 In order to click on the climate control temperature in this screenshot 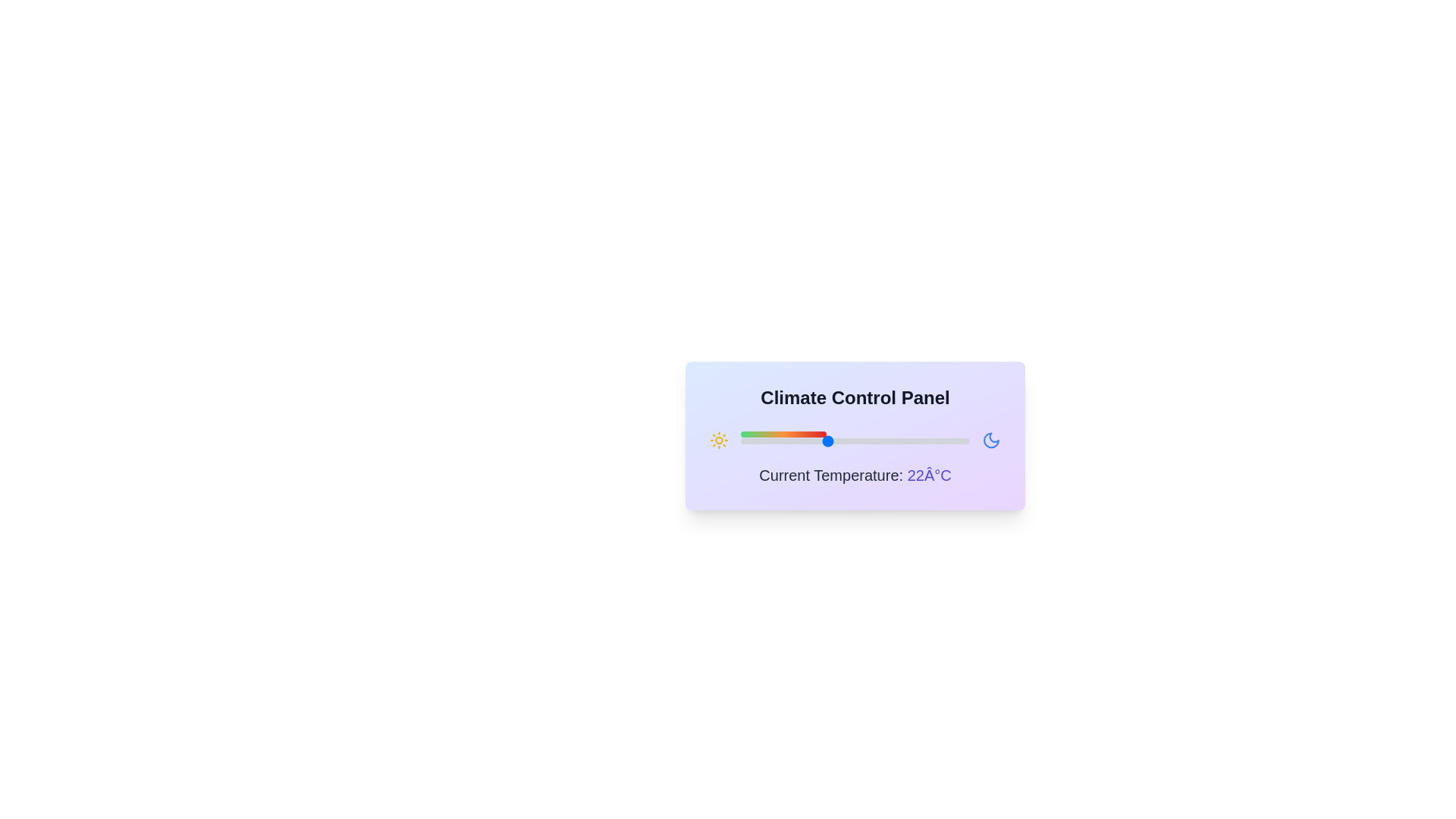, I will do `click(940, 441)`.